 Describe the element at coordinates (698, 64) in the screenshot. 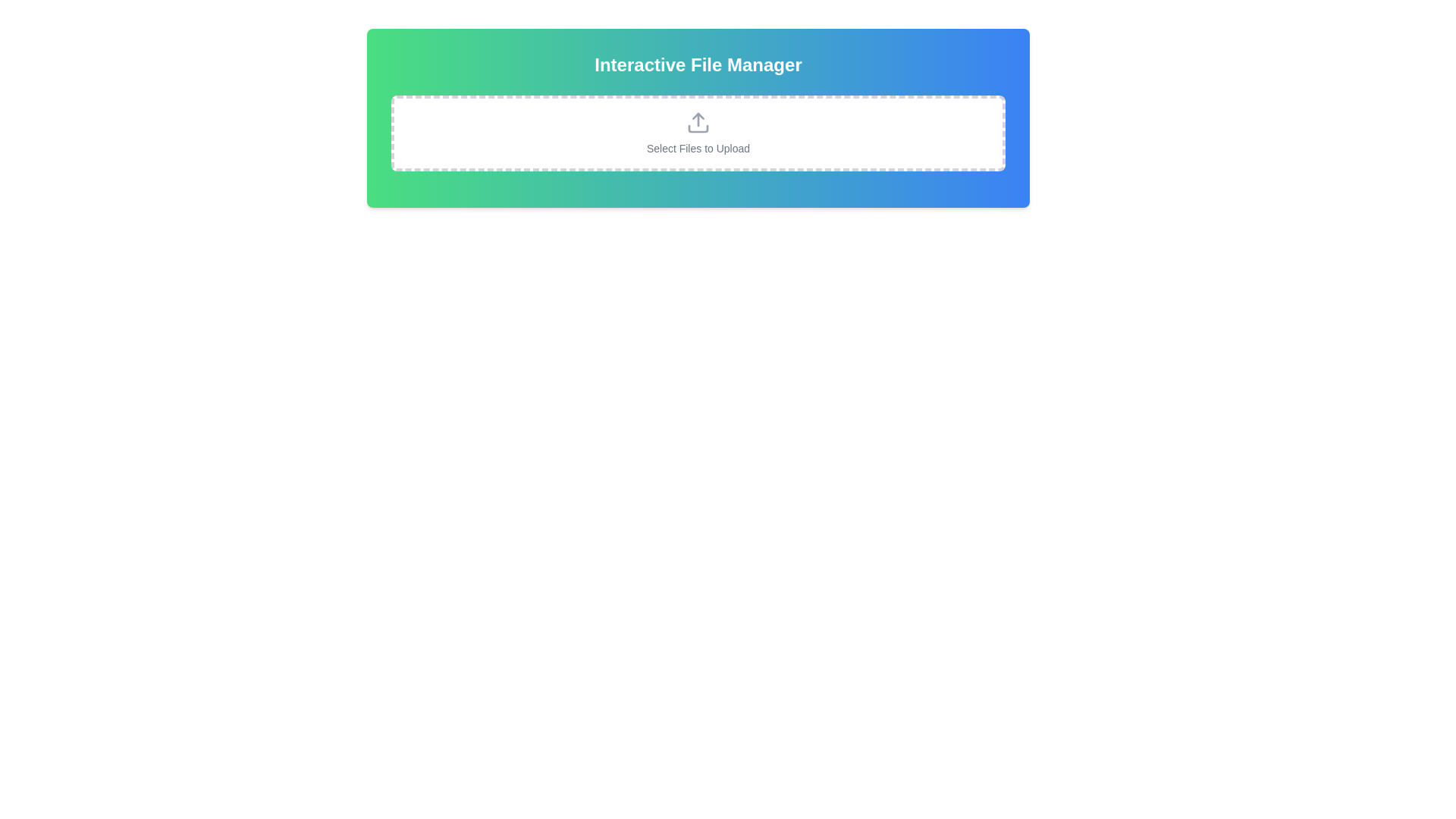

I see `the title text element located at the top of the interface, which serves as a clear identifier for the application` at that location.